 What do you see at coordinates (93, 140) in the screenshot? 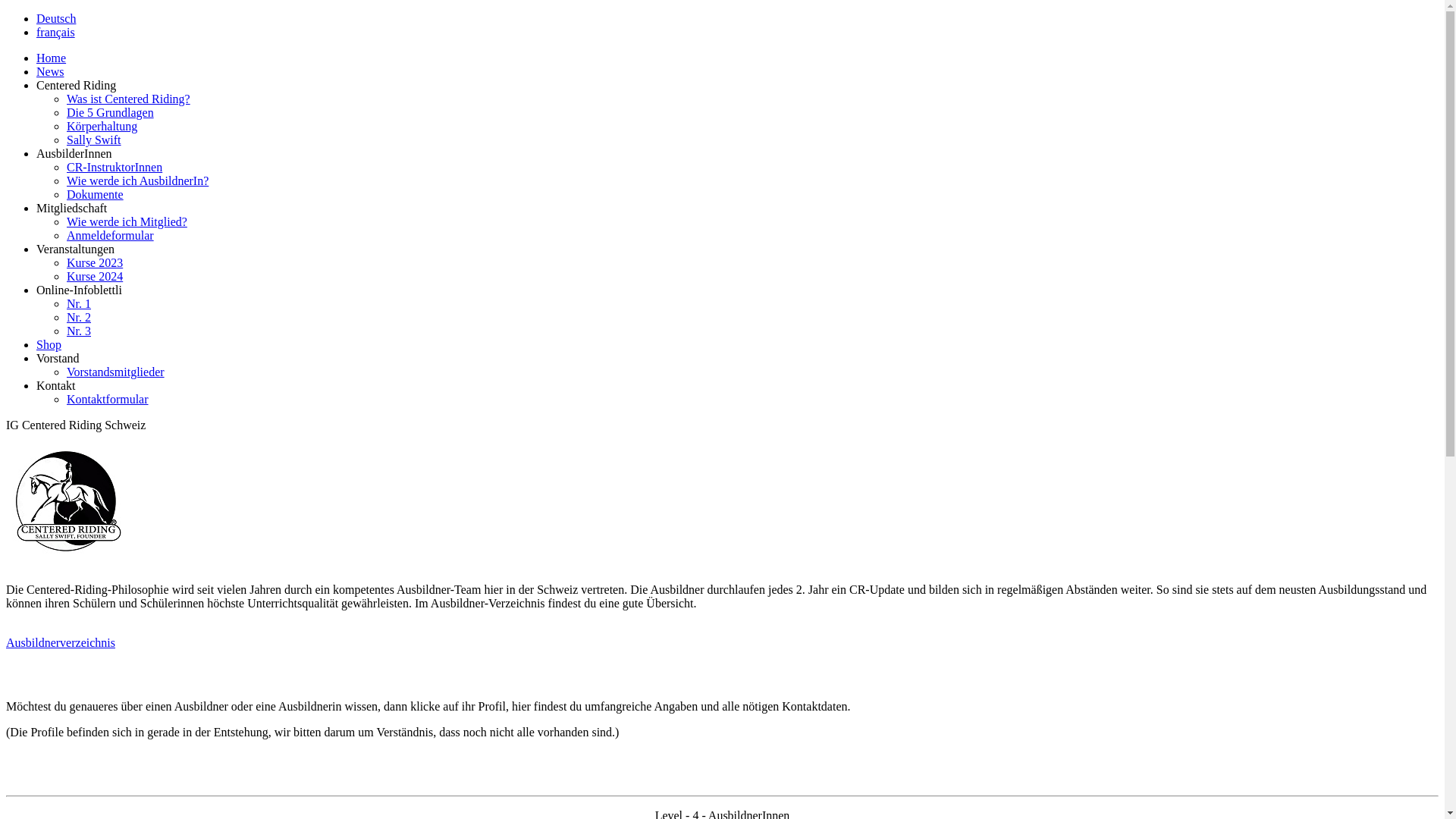
I see `'Sally Swift'` at bounding box center [93, 140].